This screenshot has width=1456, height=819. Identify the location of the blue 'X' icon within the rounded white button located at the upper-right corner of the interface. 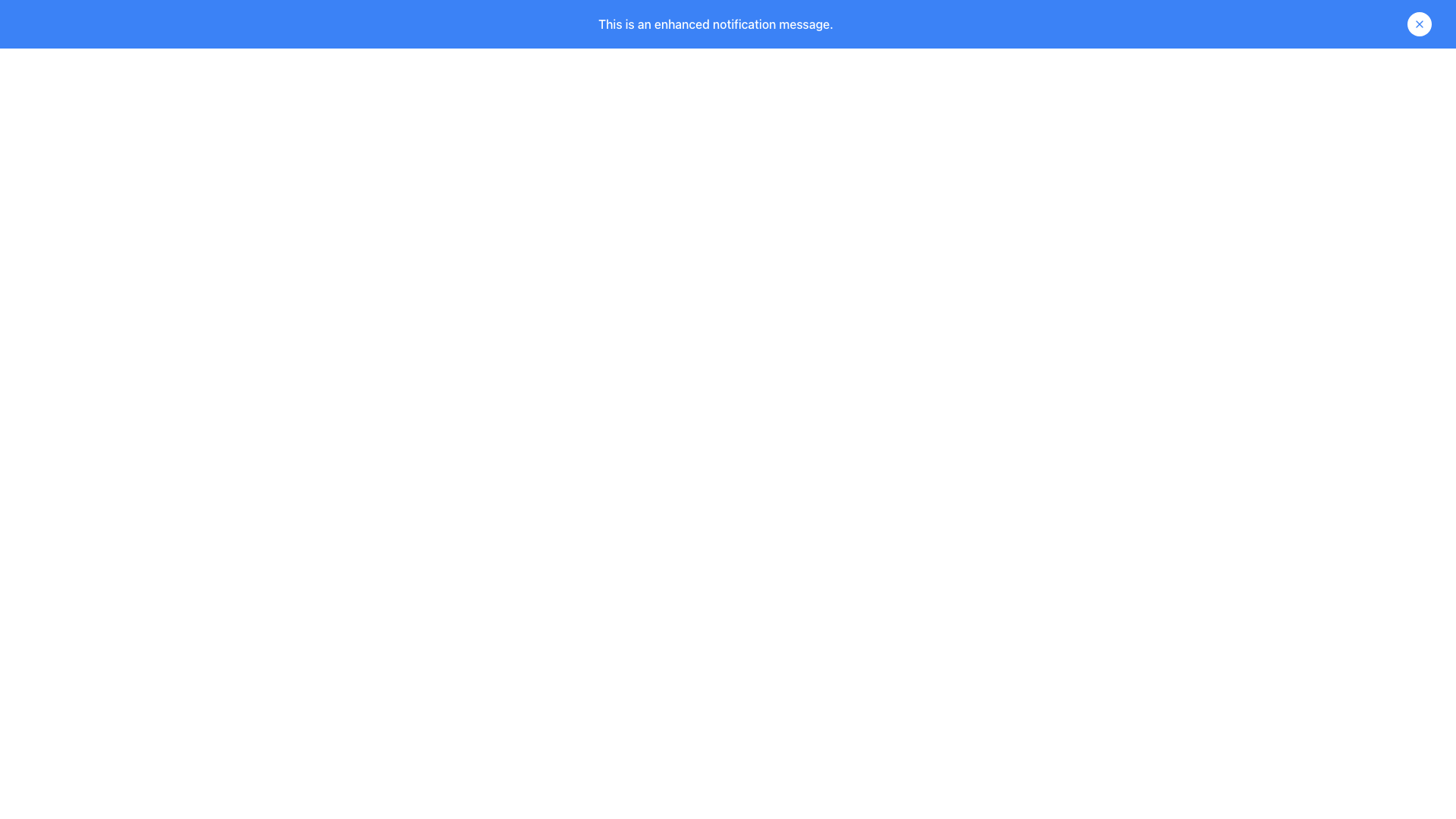
(1419, 24).